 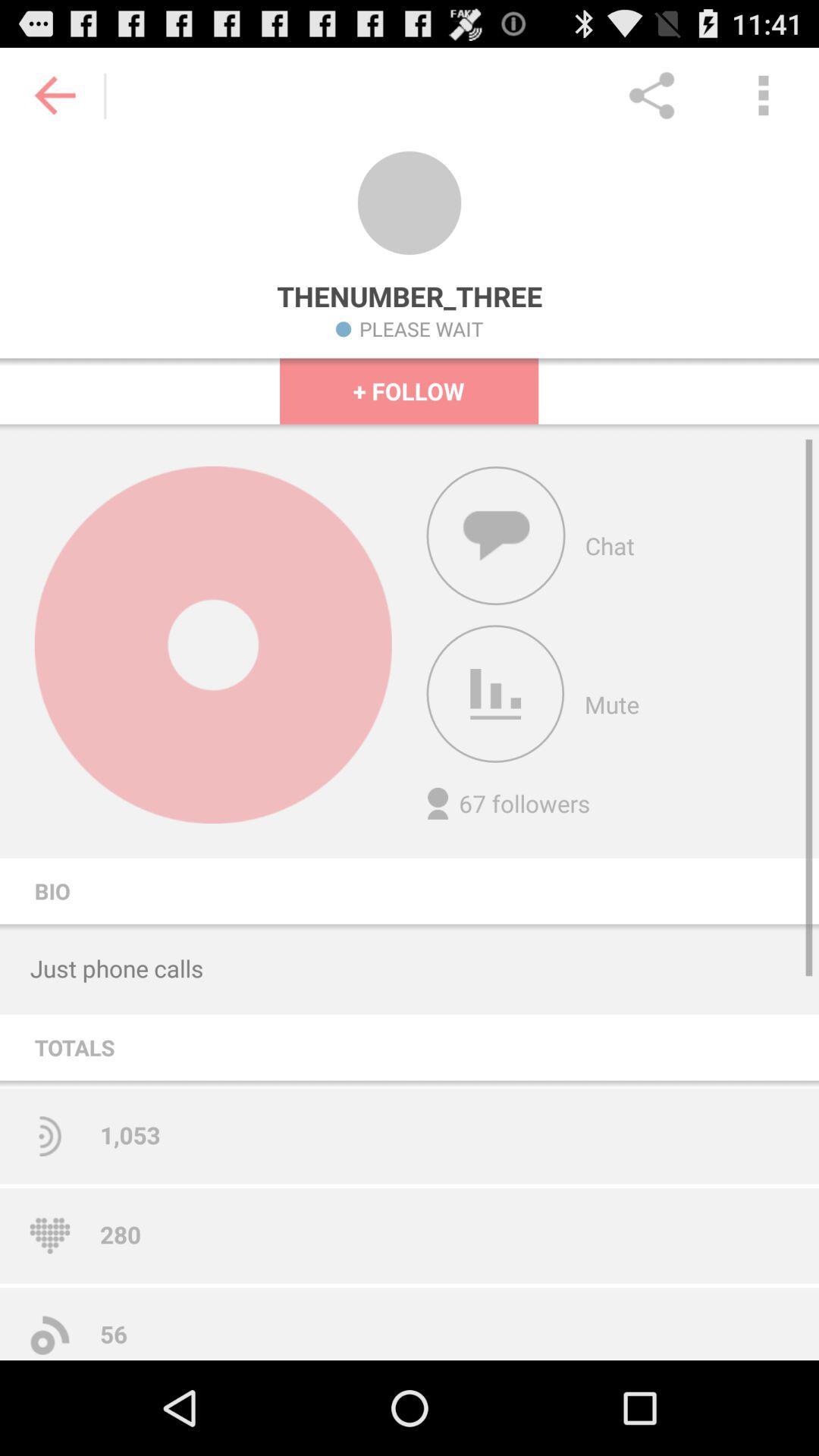 What do you see at coordinates (496, 693) in the screenshot?
I see `the icon beside mute` at bounding box center [496, 693].